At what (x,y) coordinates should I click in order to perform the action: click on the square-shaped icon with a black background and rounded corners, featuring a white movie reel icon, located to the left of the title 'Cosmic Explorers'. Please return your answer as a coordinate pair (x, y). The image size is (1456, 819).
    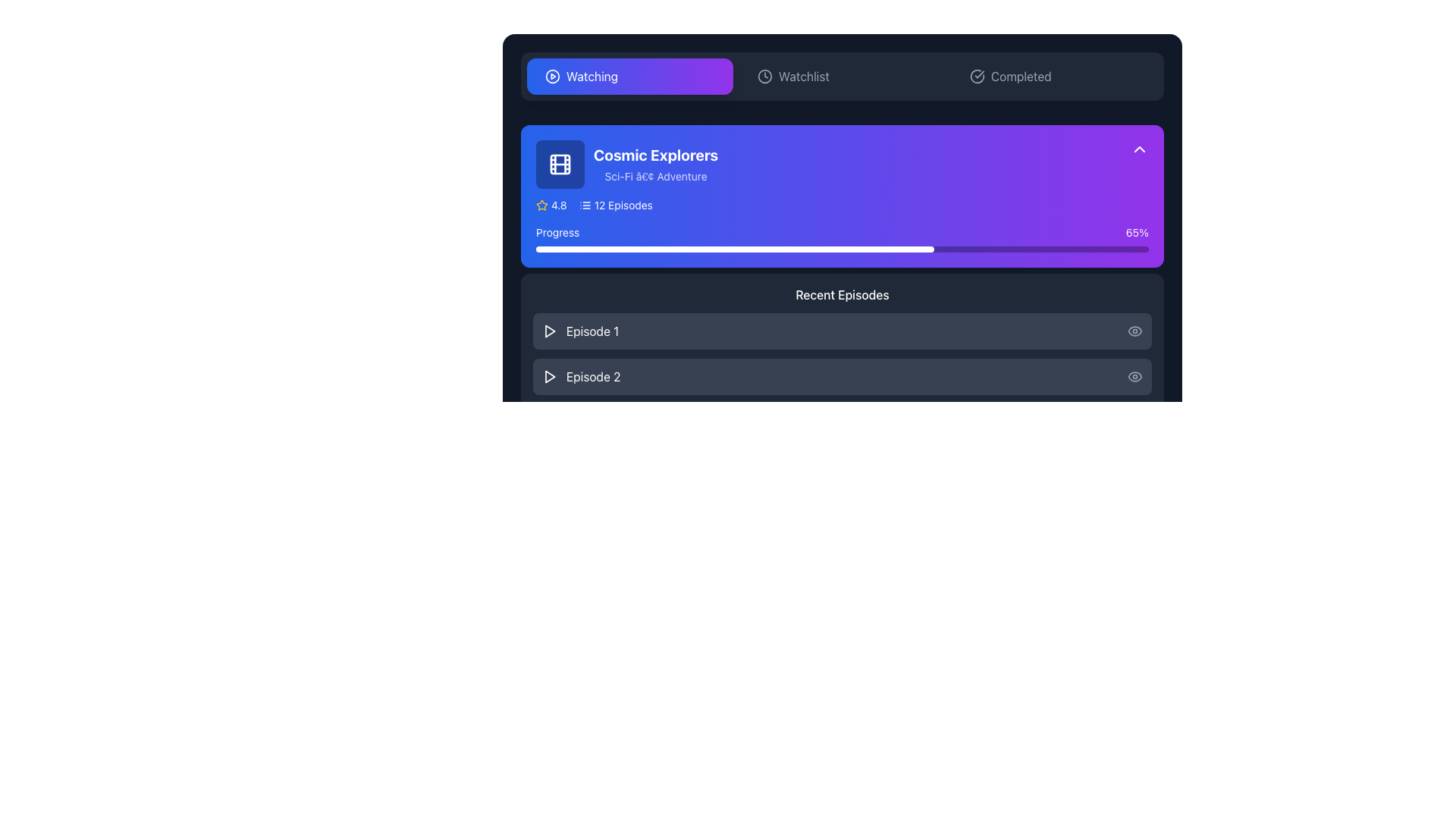
    Looking at the image, I should click on (560, 164).